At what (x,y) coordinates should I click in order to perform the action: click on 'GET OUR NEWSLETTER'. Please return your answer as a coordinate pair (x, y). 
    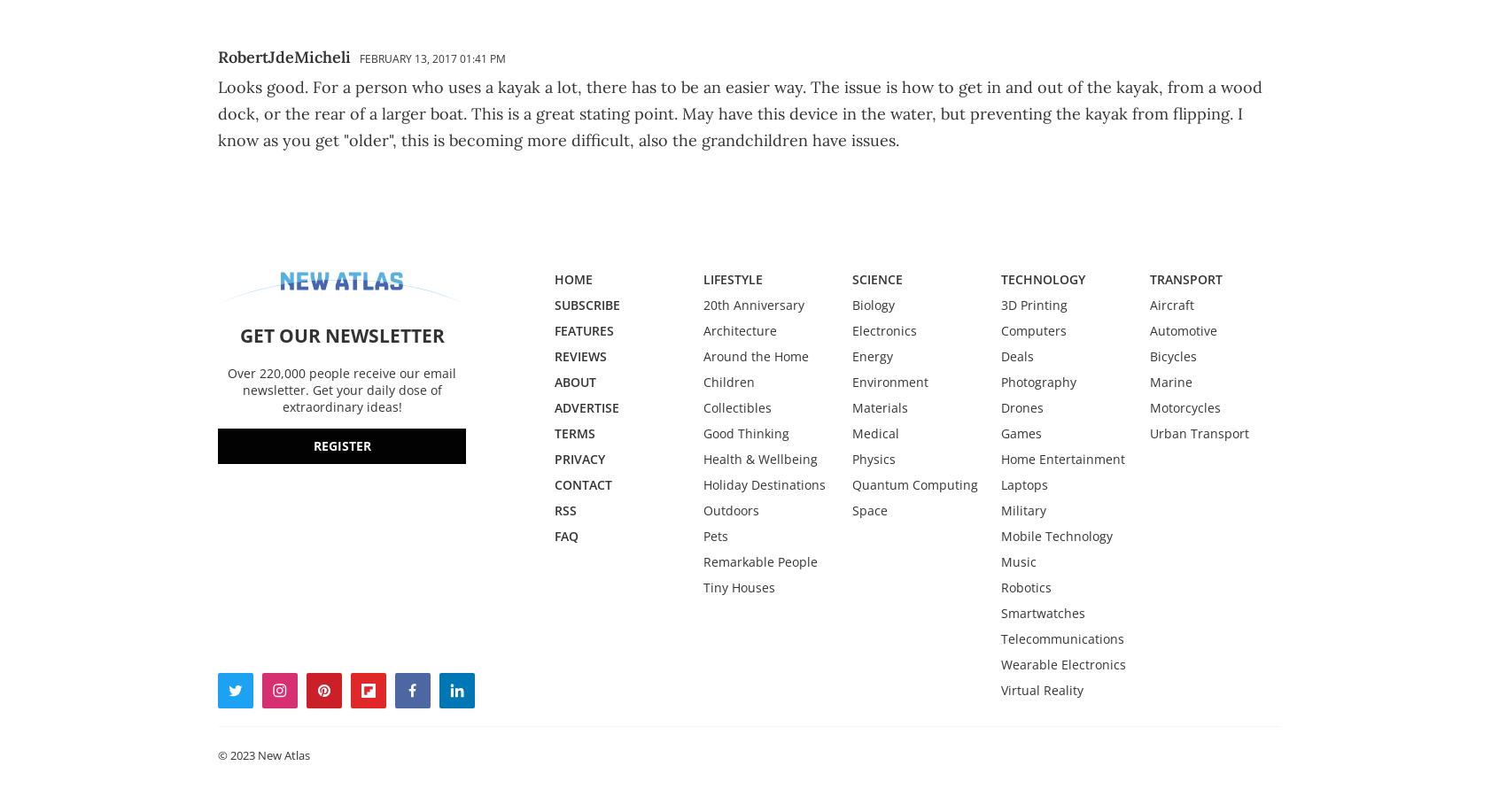
    Looking at the image, I should click on (239, 334).